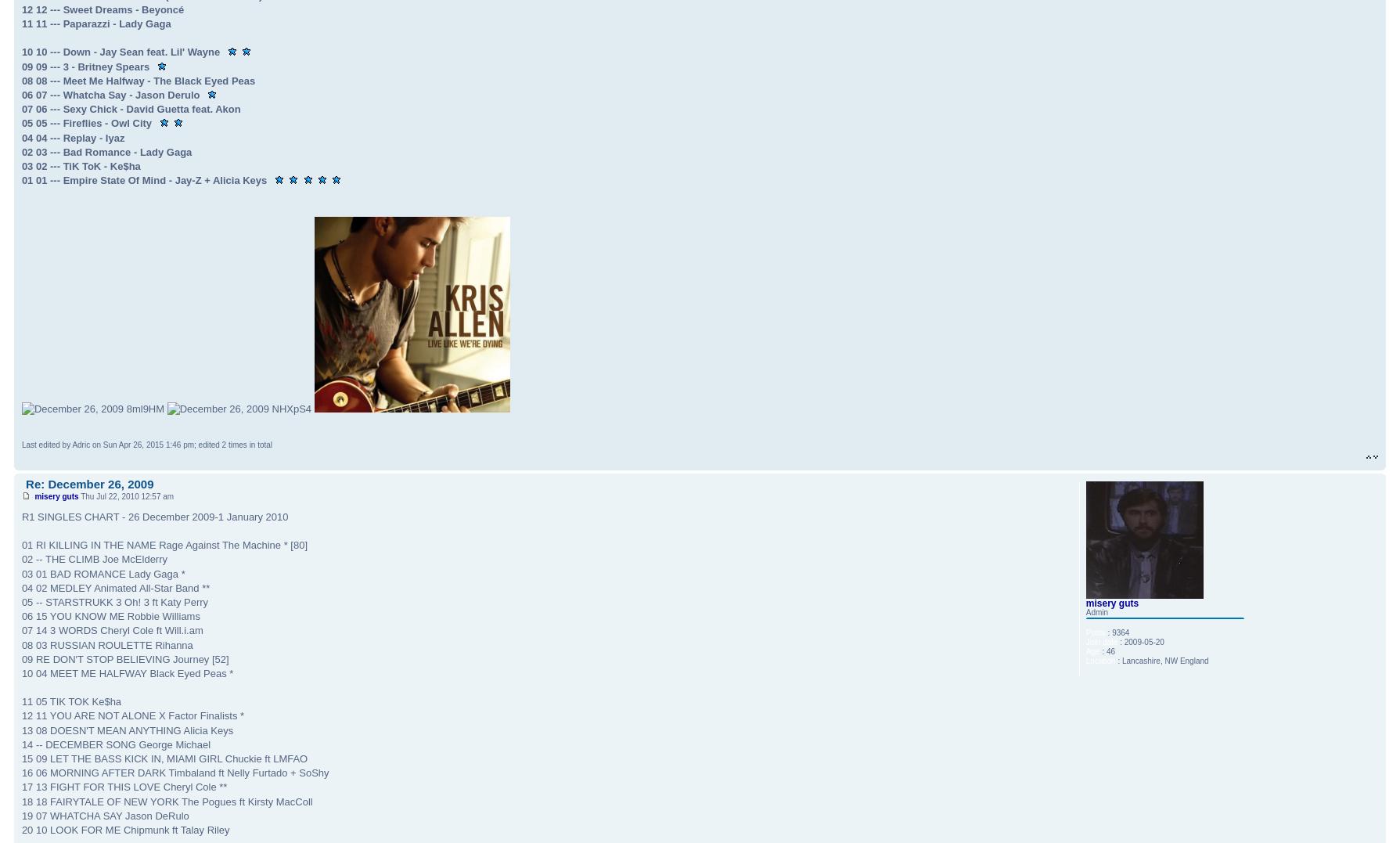 This screenshot has width=1400, height=843. What do you see at coordinates (167, 800) in the screenshot?
I see `'18 18 FAIRYTALE OF NEW YORK The Pogues ft Kirsty MacColl'` at bounding box center [167, 800].